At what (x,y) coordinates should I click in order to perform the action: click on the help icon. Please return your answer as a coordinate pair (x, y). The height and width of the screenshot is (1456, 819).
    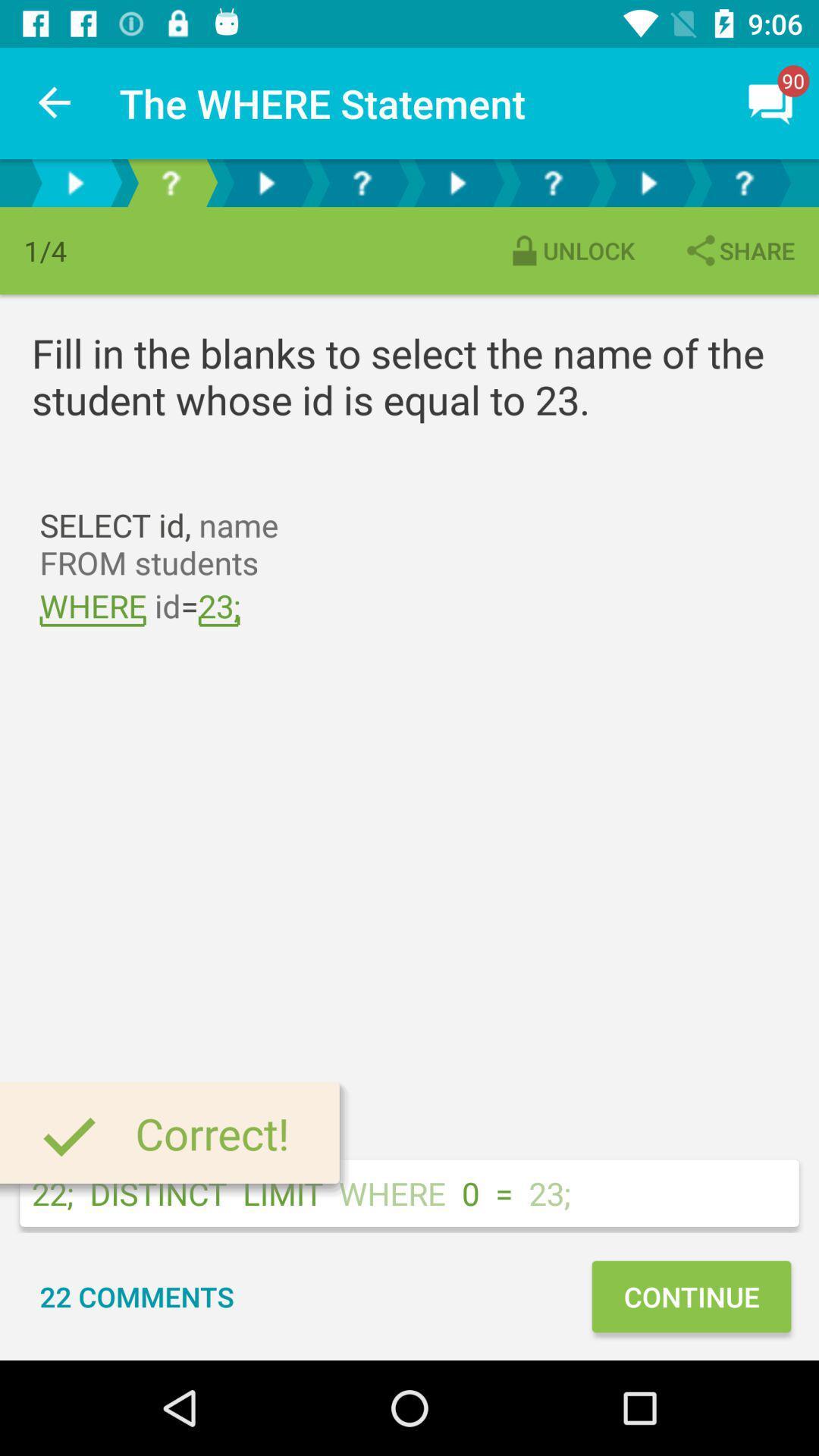
    Looking at the image, I should click on (170, 182).